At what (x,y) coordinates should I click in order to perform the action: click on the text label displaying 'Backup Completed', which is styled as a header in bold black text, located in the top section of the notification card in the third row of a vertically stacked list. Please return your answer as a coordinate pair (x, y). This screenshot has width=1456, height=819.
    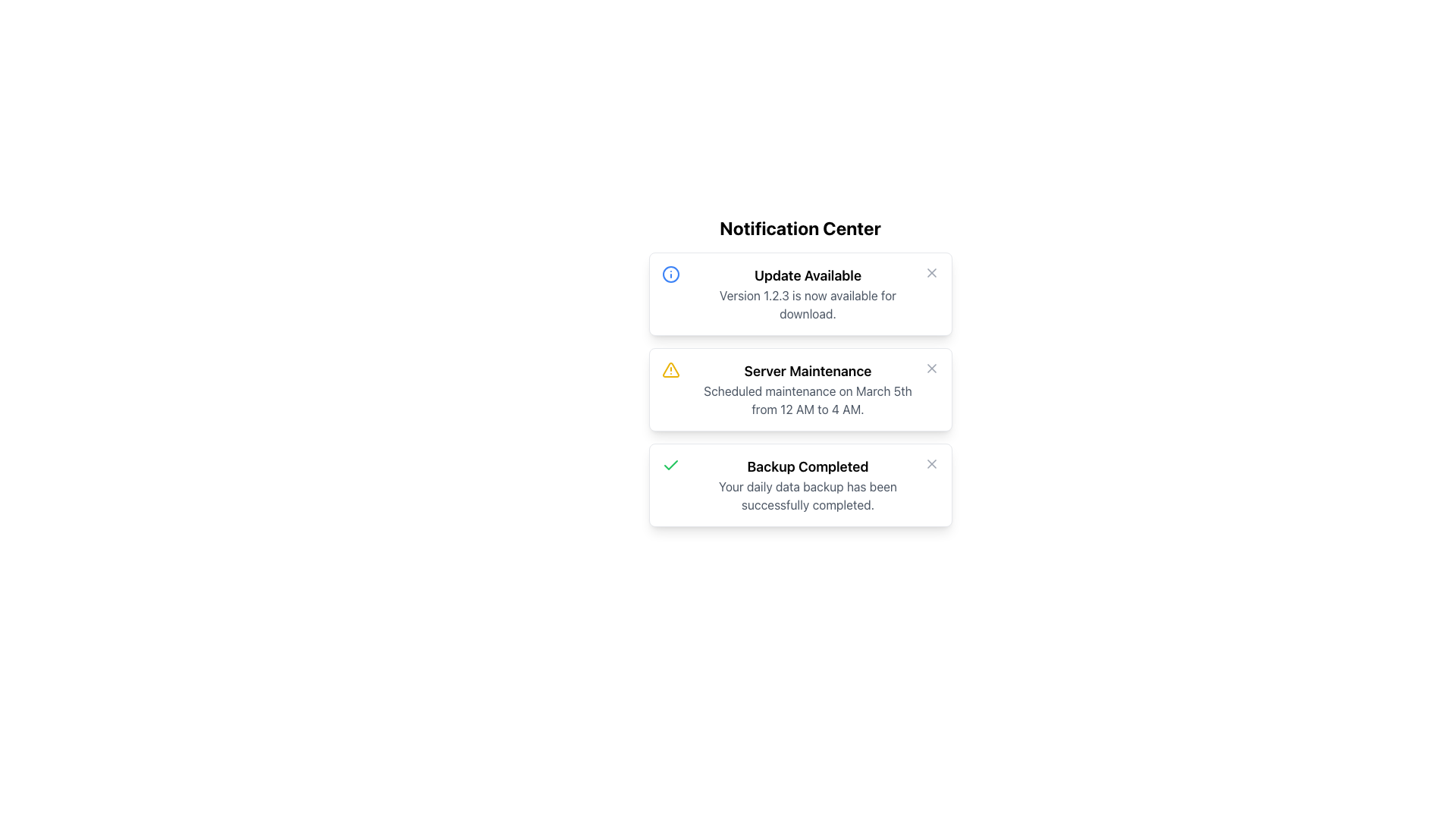
    Looking at the image, I should click on (807, 466).